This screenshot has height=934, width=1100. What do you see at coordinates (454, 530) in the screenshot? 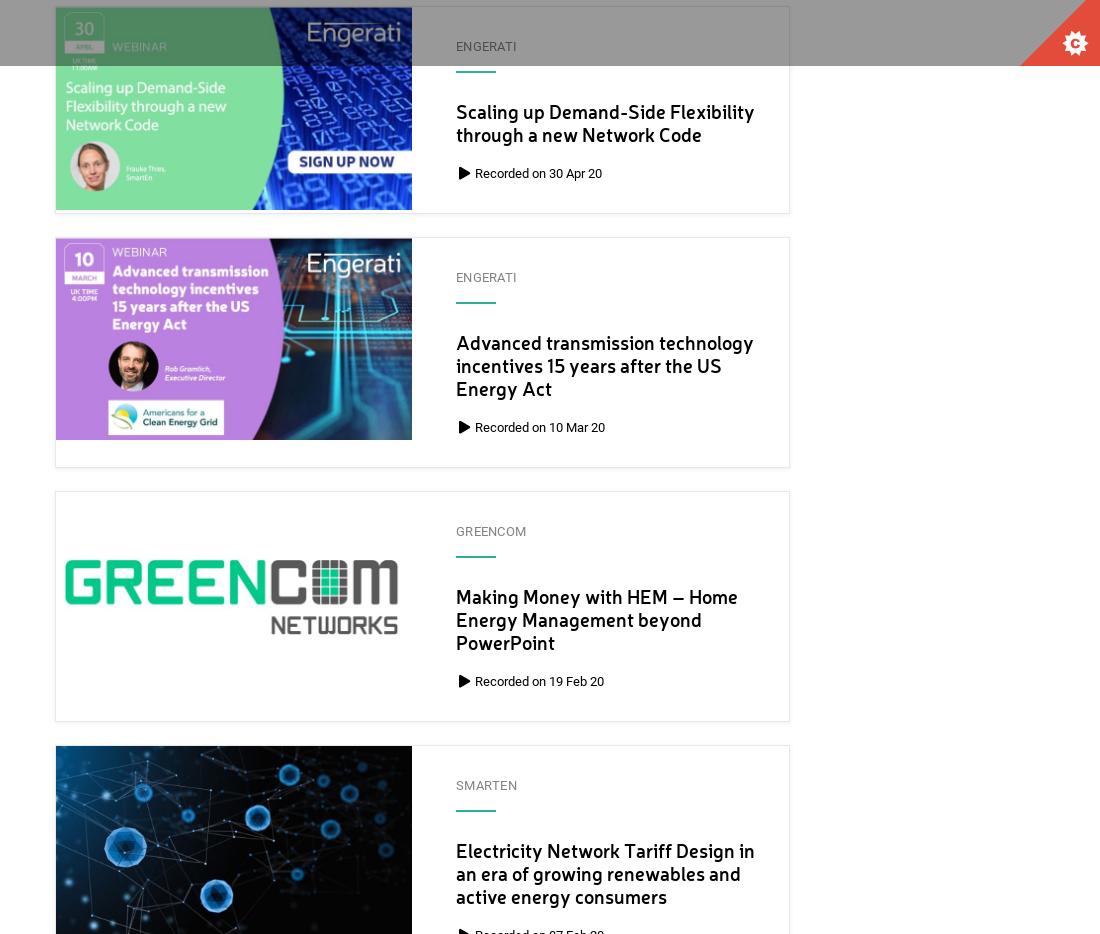
I see `'GreenCom'` at bounding box center [454, 530].